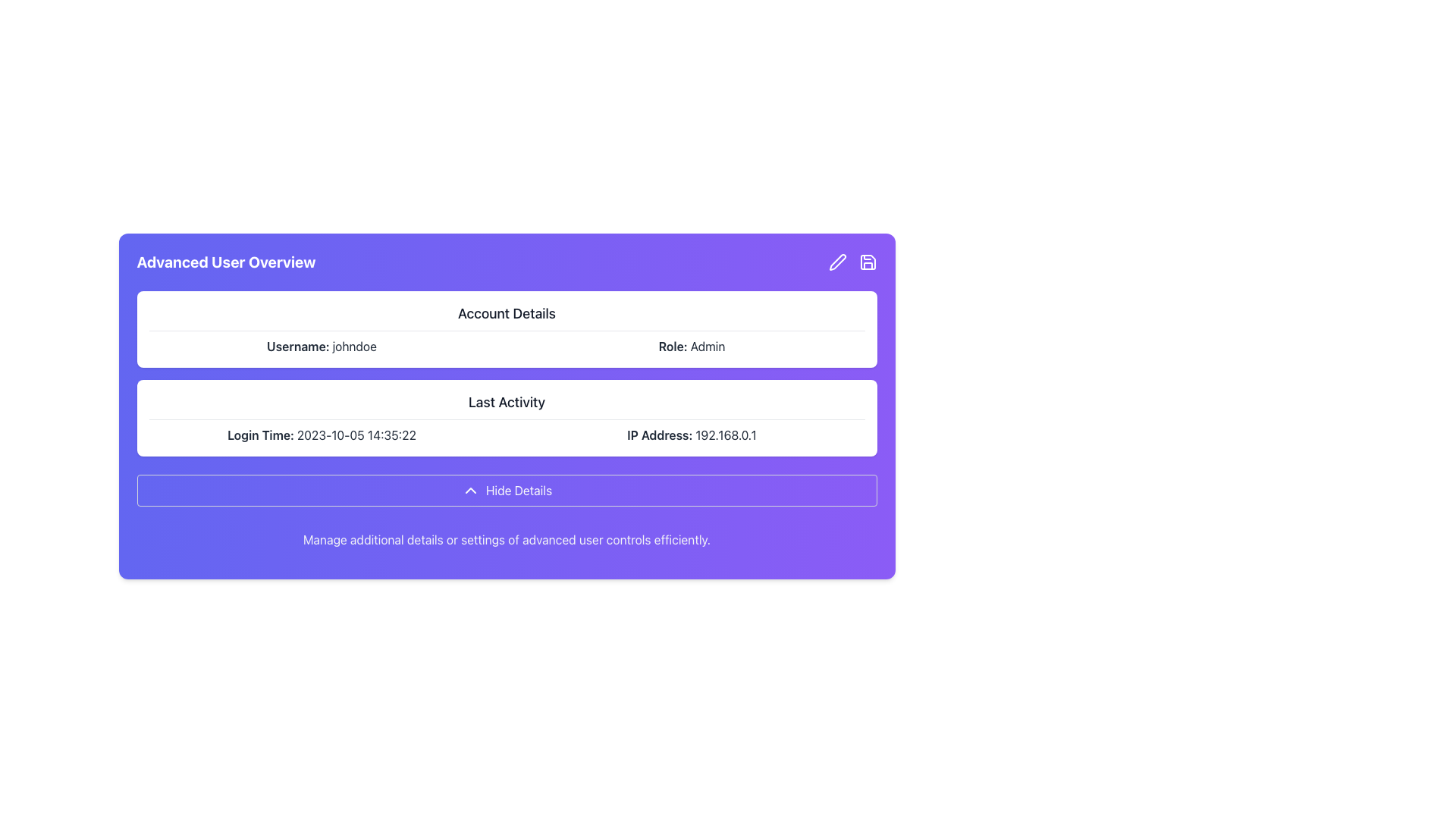 The image size is (1456, 819). I want to click on the edit icon button located in the top-right corner of the purple card section, so click(836, 262).